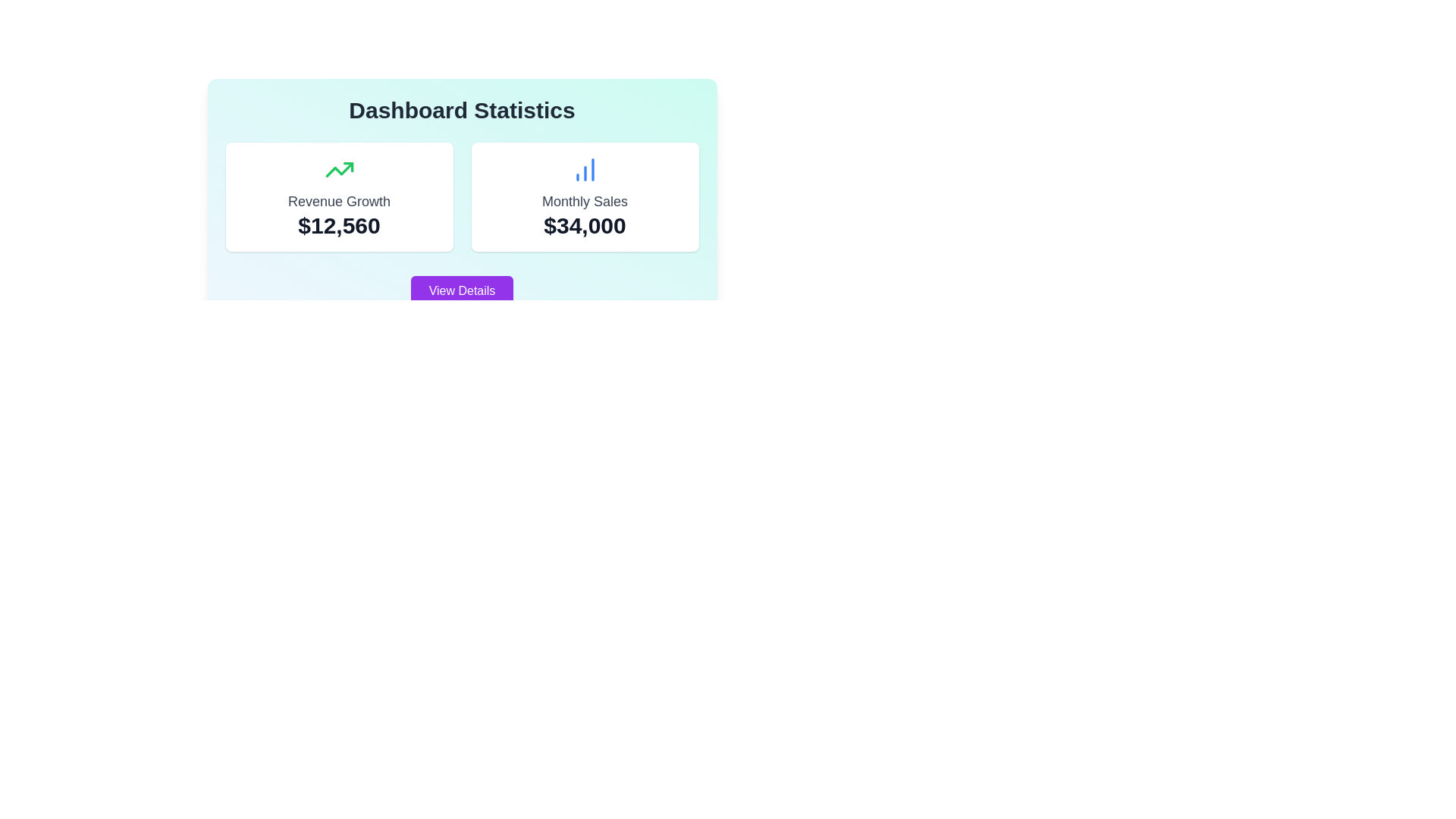  I want to click on the 'View Details' button, which is a rectangular button with a purple background and white text, located at the bottom of the statistics section, so click(461, 291).